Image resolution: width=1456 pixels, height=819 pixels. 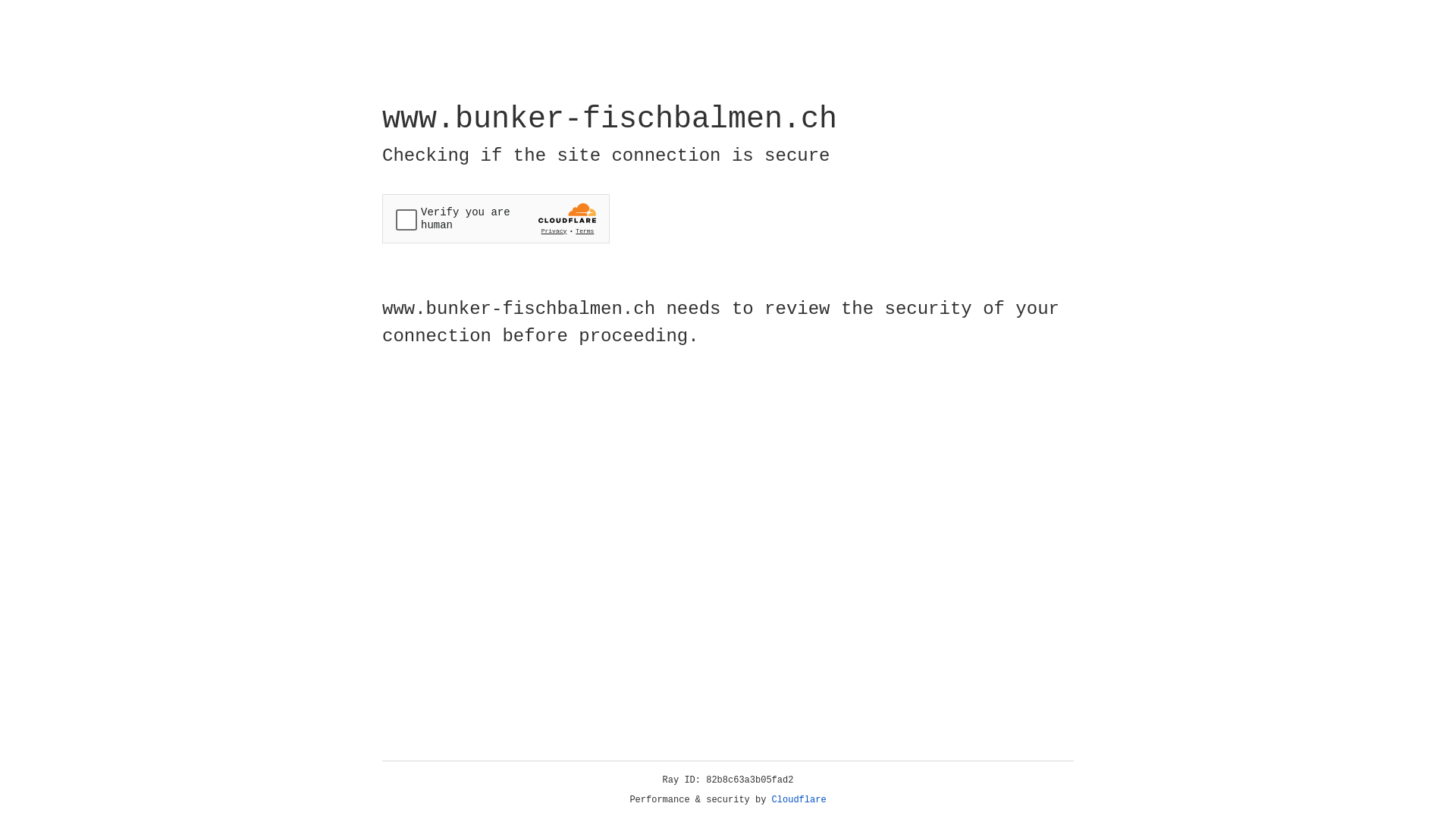 What do you see at coordinates (495, 218) in the screenshot?
I see `'Widget containing a Cloudflare security challenge'` at bounding box center [495, 218].